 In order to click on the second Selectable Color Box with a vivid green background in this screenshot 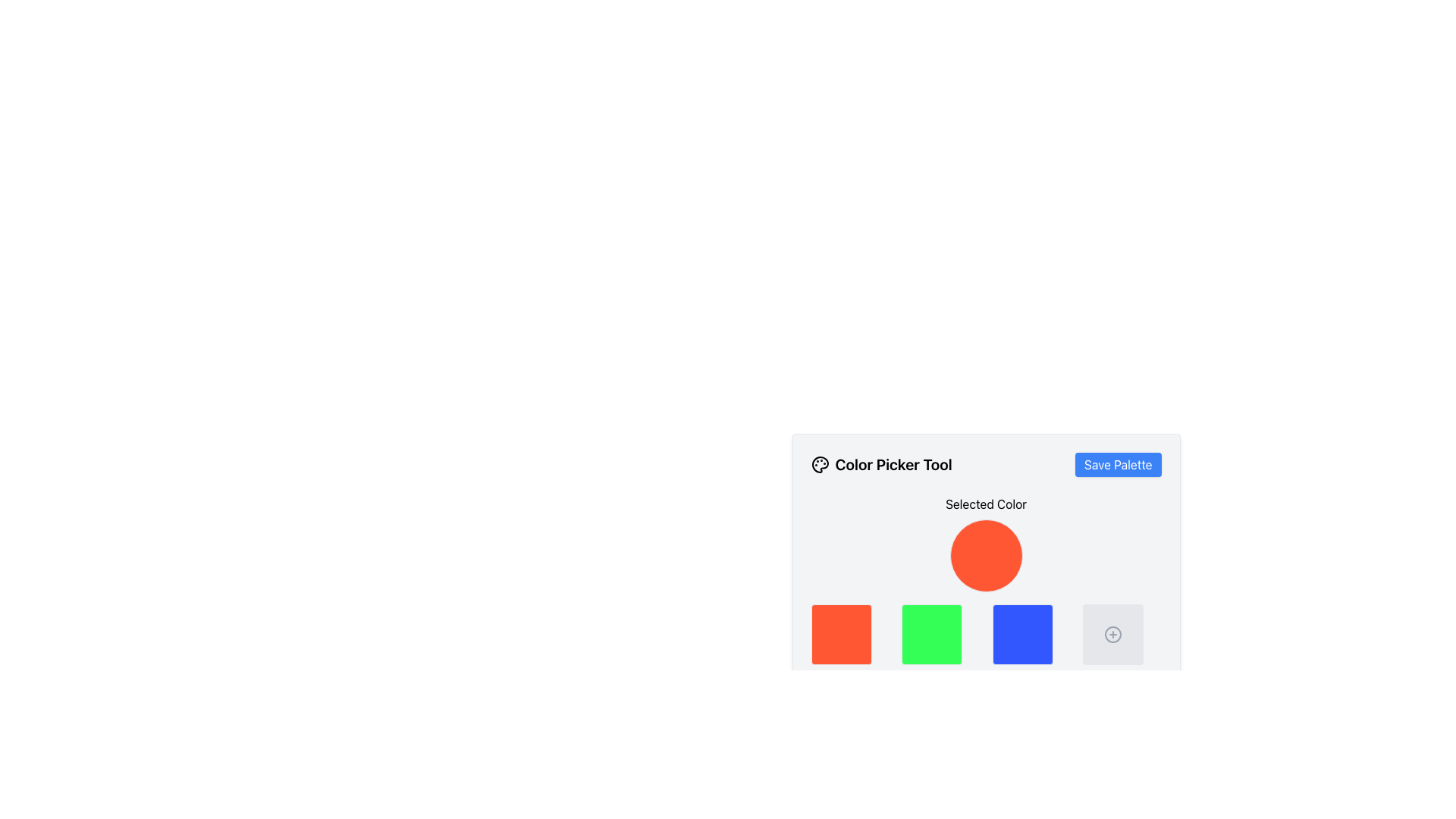, I will do `click(930, 635)`.